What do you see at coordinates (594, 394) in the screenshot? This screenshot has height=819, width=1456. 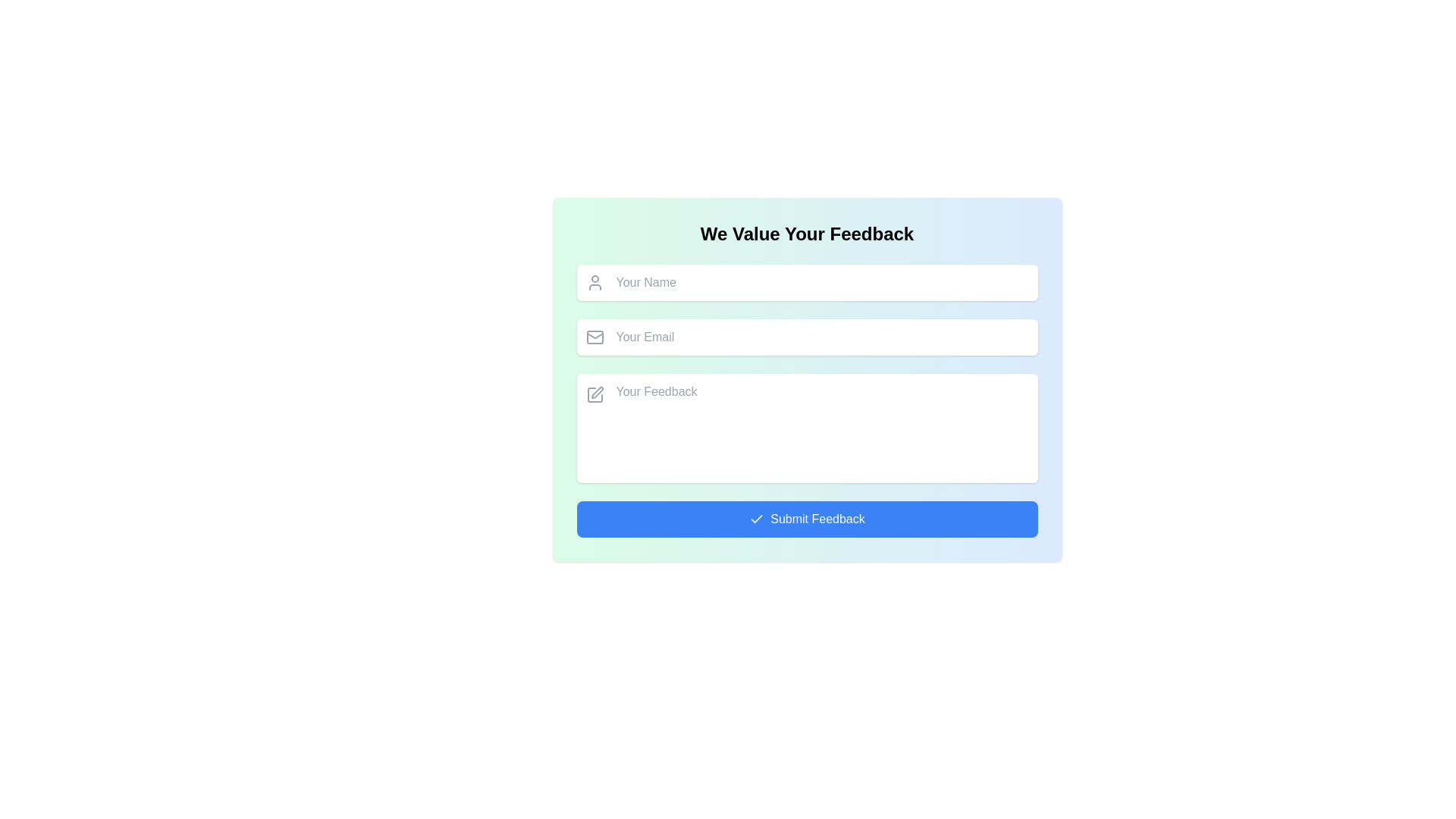 I see `the square pen icon with rounded corners located in the feedback section, adjacent to the 'Your Feedback' label` at bounding box center [594, 394].